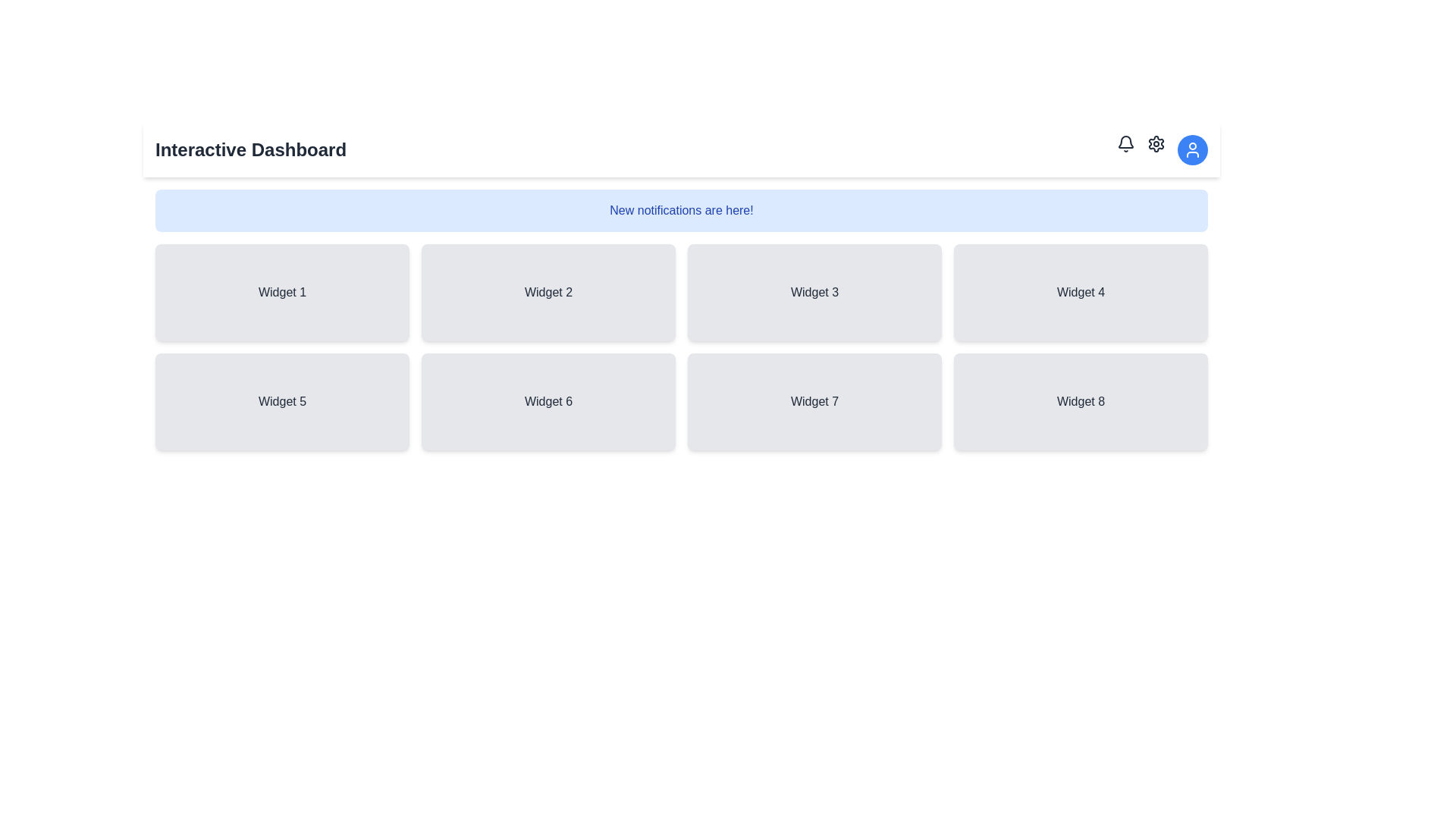  Describe the element at coordinates (282, 292) in the screenshot. I see `the non-interactive widget card located in the first row and first column of the grid layout, which serves to indicate a segment of content or functionality` at that location.